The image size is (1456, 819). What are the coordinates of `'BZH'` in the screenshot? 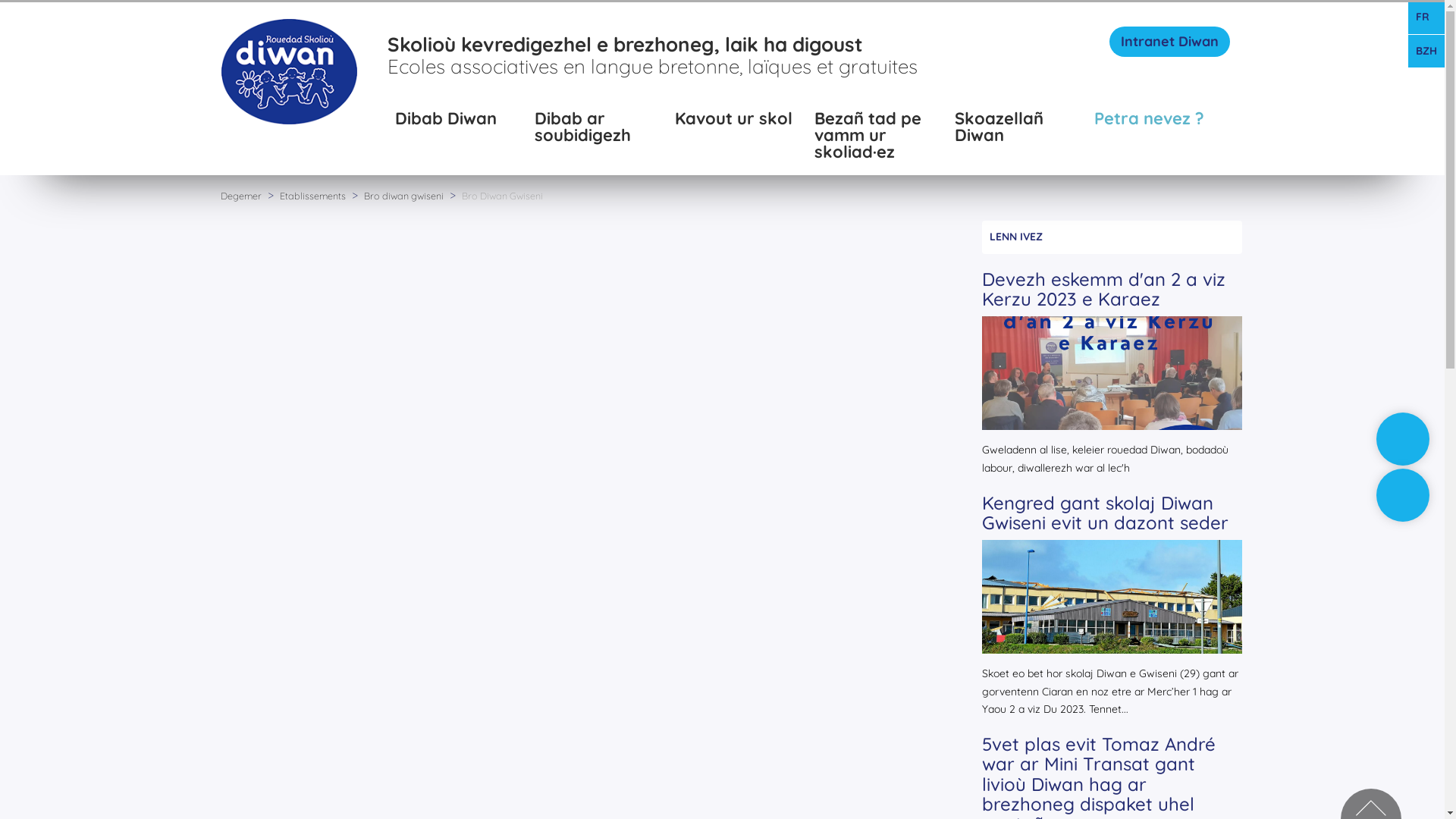 It's located at (1426, 51).